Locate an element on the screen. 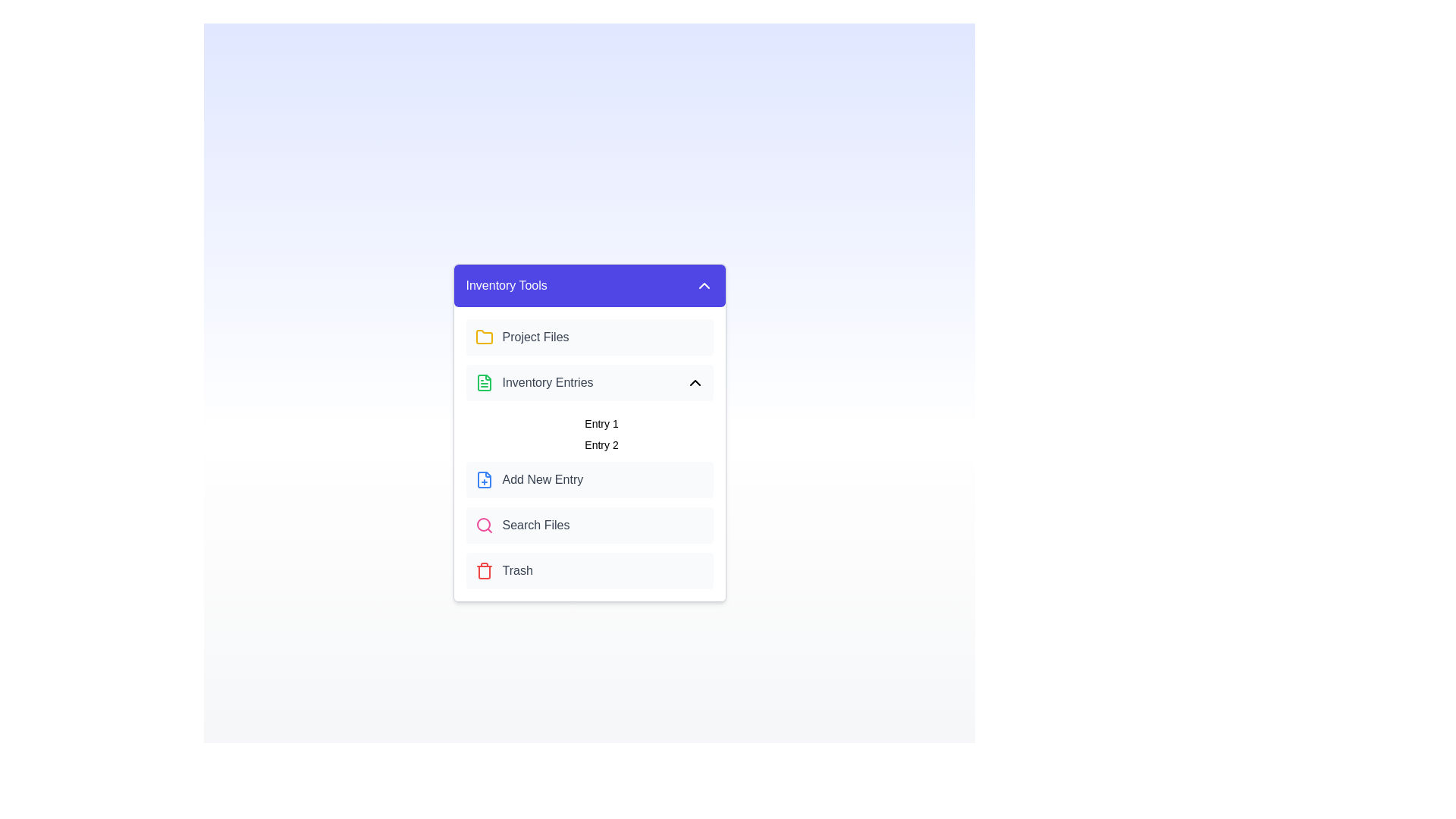  the 'Inventory Entries' label, which is styled as an important selectable option in gray color is located at coordinates (547, 382).